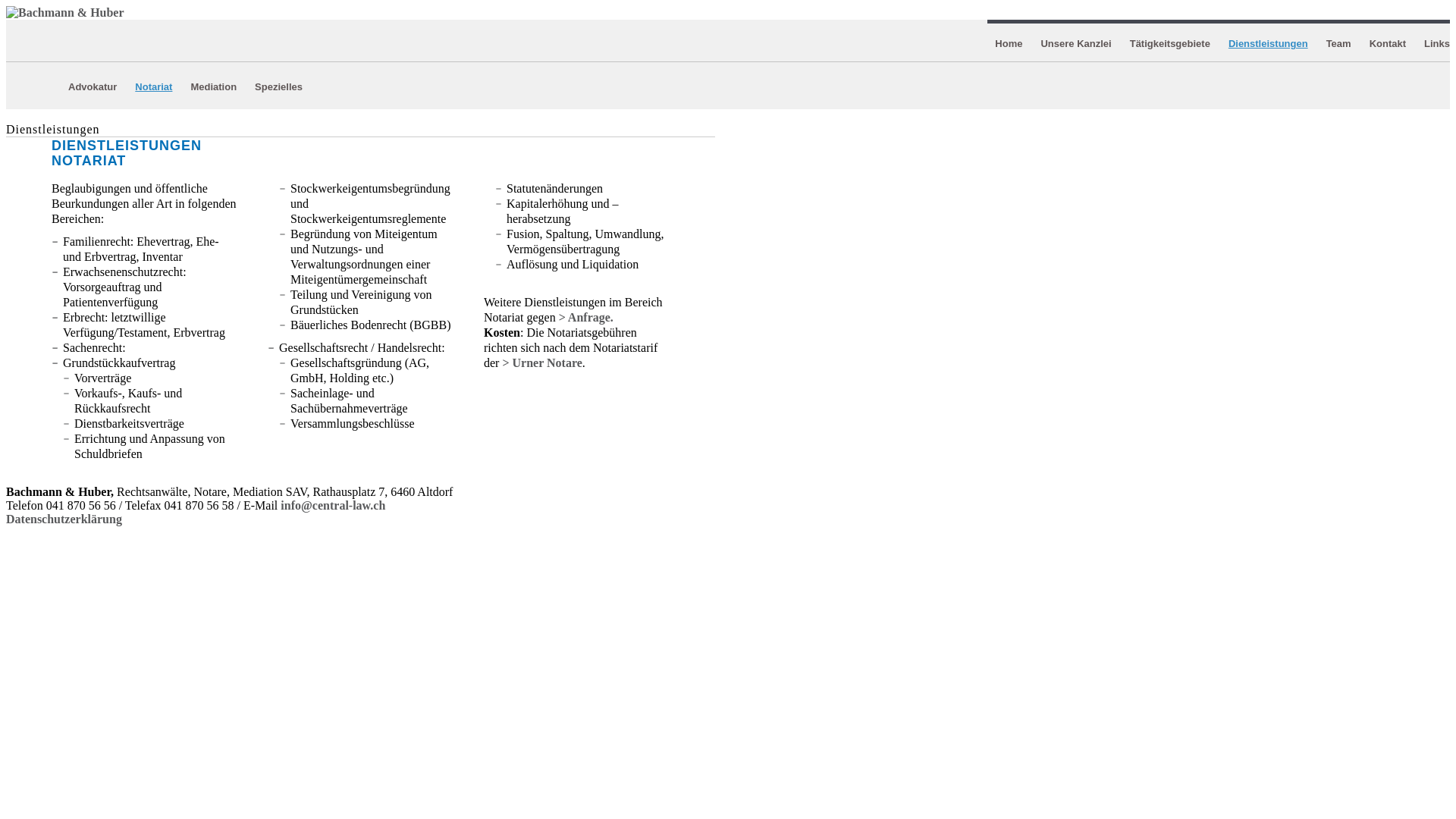 This screenshot has height=819, width=1456. I want to click on 'info@central-law.ch', so click(331, 505).